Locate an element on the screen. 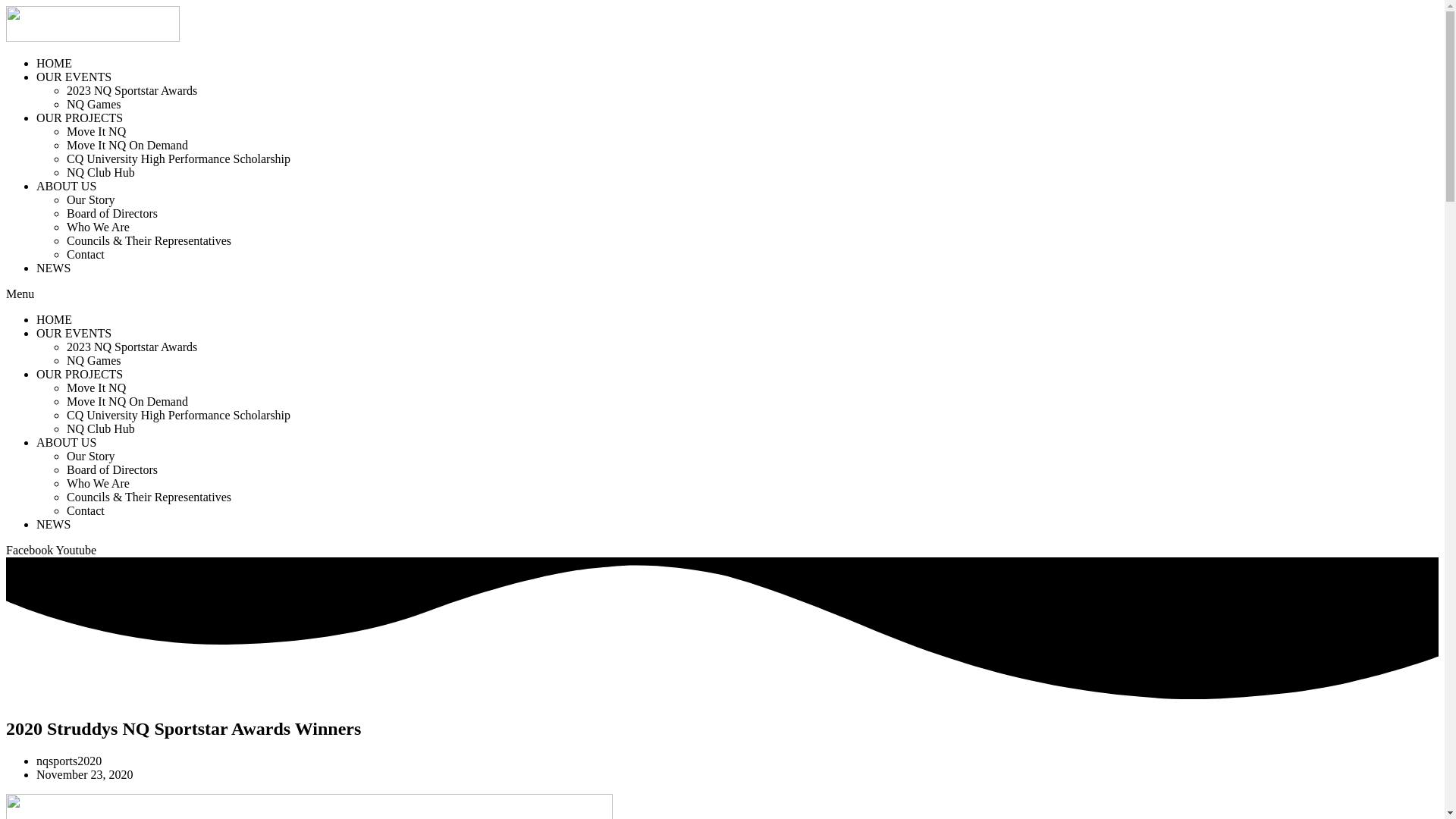 The height and width of the screenshot is (819, 1456). '2023 NQ Sportstar Awards' is located at coordinates (65, 347).